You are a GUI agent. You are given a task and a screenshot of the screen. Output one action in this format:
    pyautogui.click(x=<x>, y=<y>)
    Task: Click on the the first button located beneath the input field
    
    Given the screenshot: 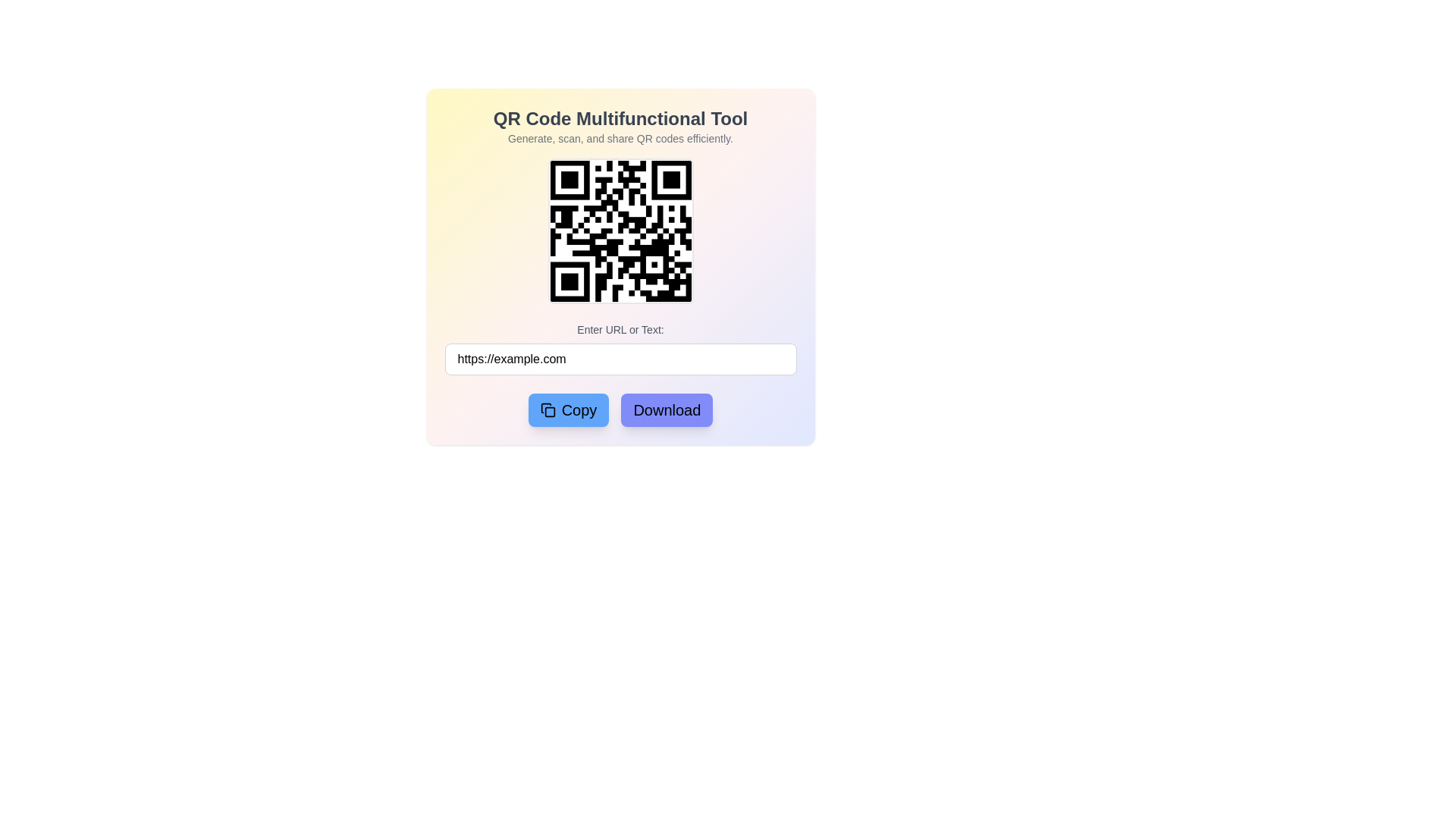 What is the action you would take?
    pyautogui.click(x=567, y=409)
    